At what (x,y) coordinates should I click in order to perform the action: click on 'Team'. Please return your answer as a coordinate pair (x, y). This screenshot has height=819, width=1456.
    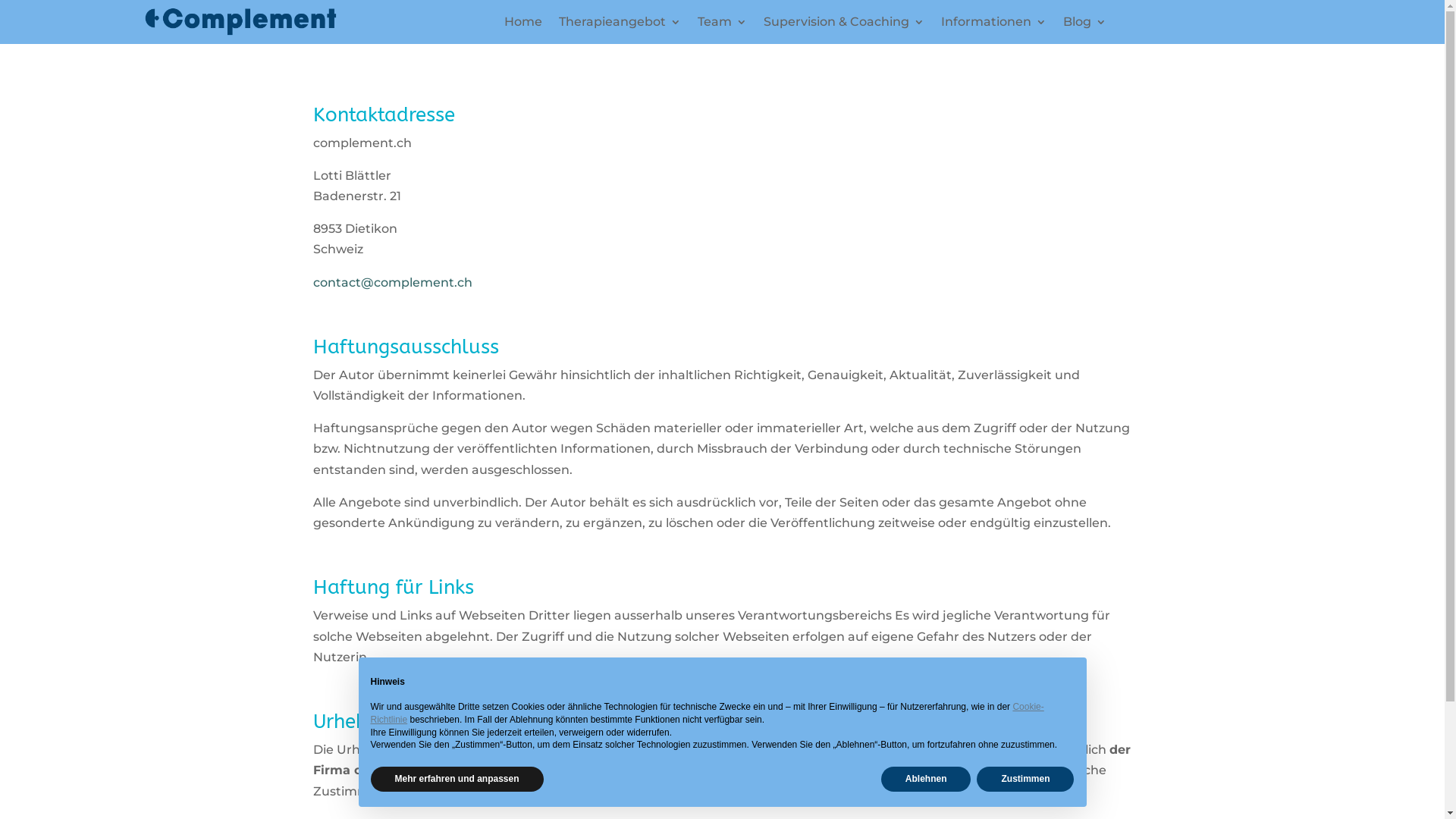
    Looking at the image, I should click on (721, 25).